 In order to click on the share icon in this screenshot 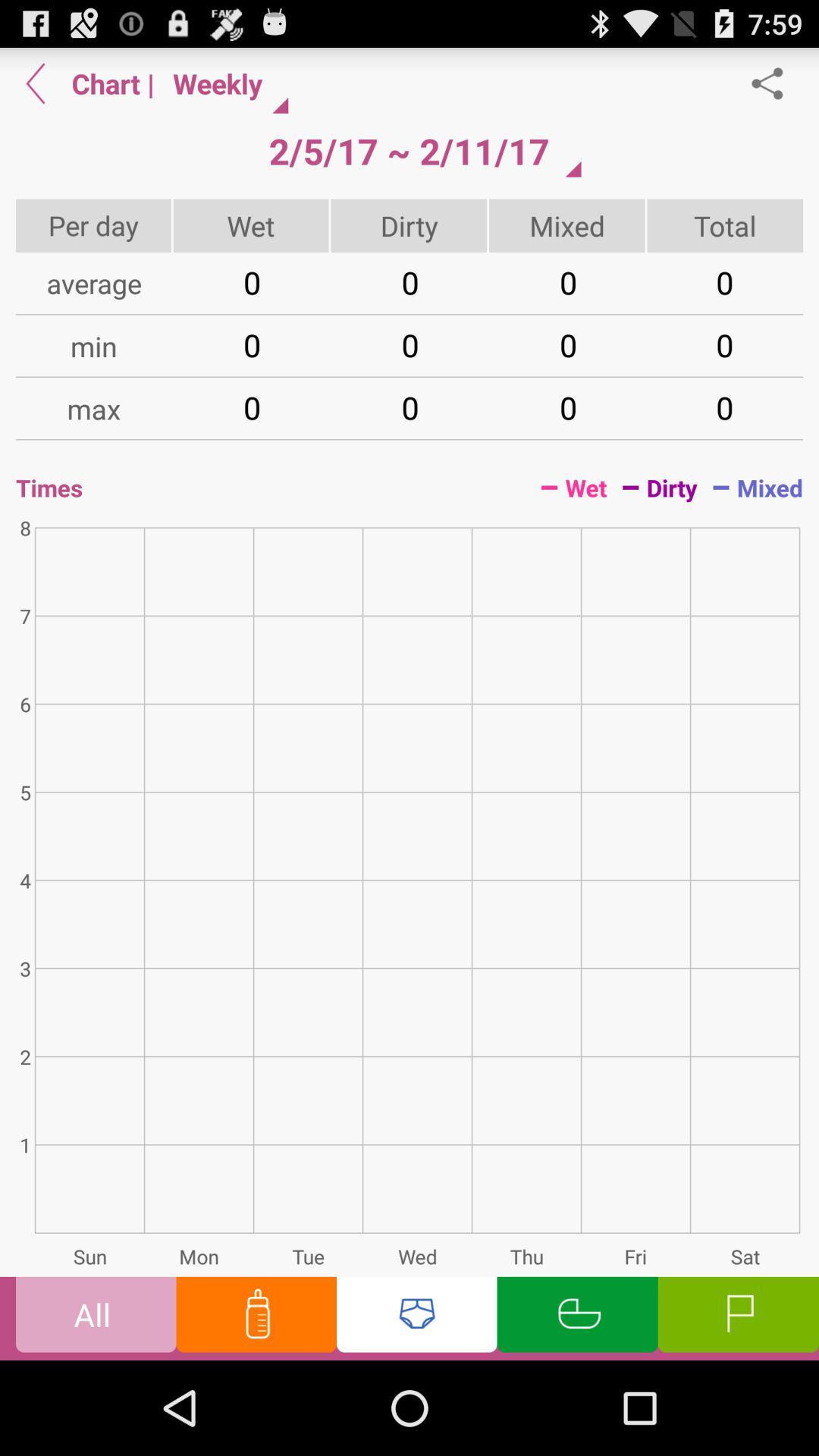, I will do `click(775, 89)`.